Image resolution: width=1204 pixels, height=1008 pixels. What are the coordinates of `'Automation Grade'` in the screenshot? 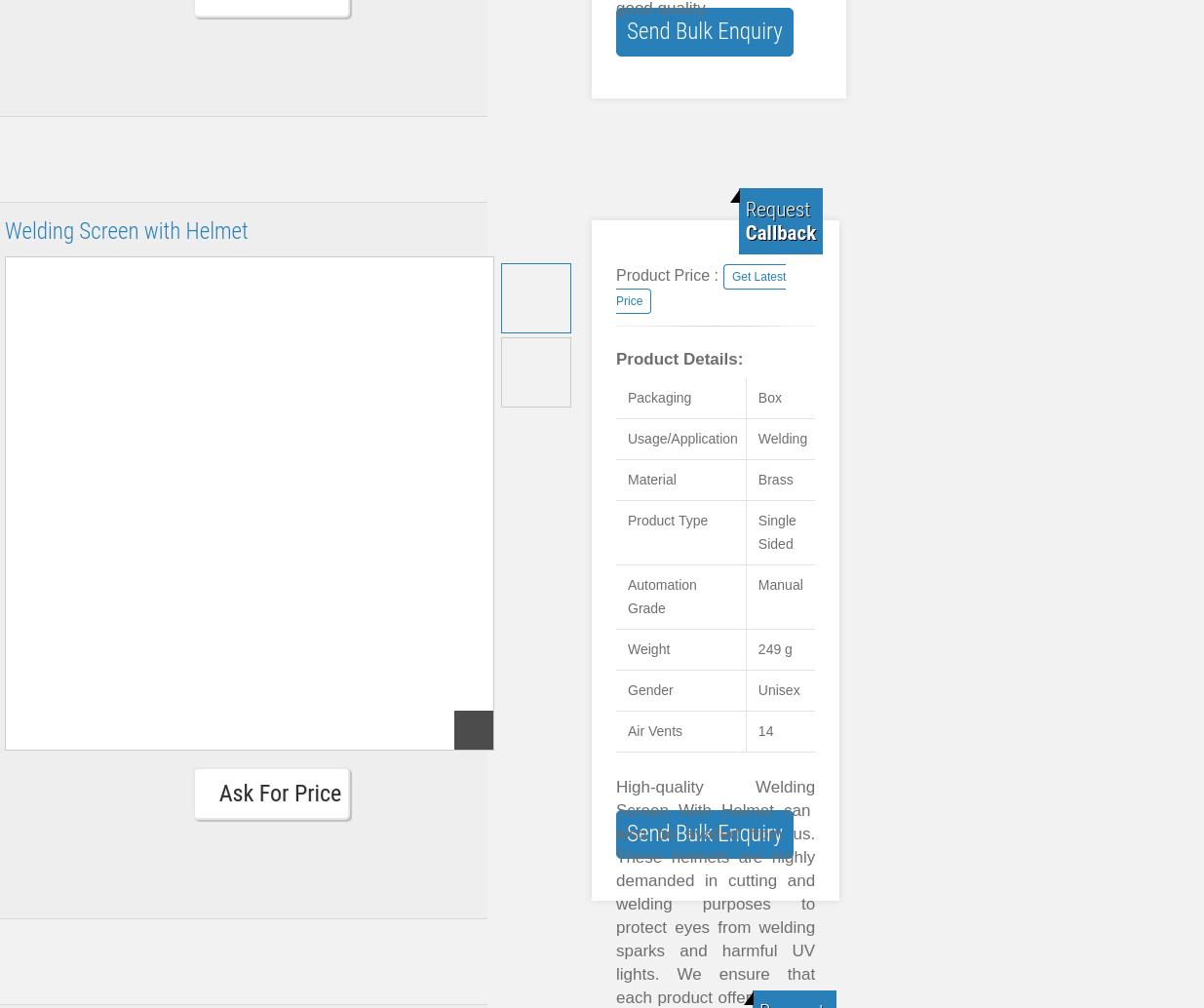 It's located at (662, 597).